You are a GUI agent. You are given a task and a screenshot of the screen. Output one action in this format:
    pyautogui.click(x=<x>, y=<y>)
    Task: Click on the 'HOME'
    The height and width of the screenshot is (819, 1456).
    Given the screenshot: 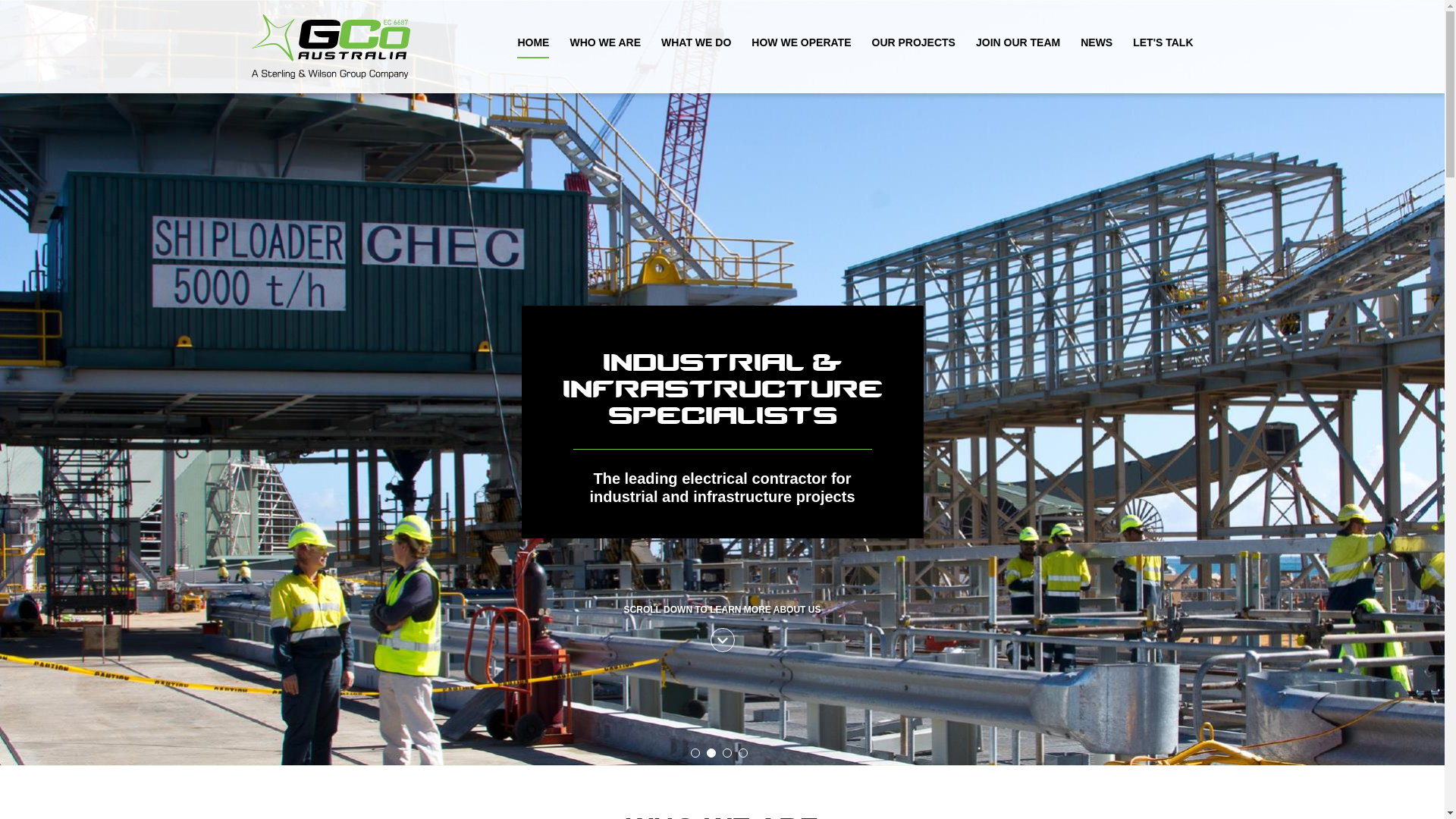 What is the action you would take?
    pyautogui.click(x=532, y=42)
    